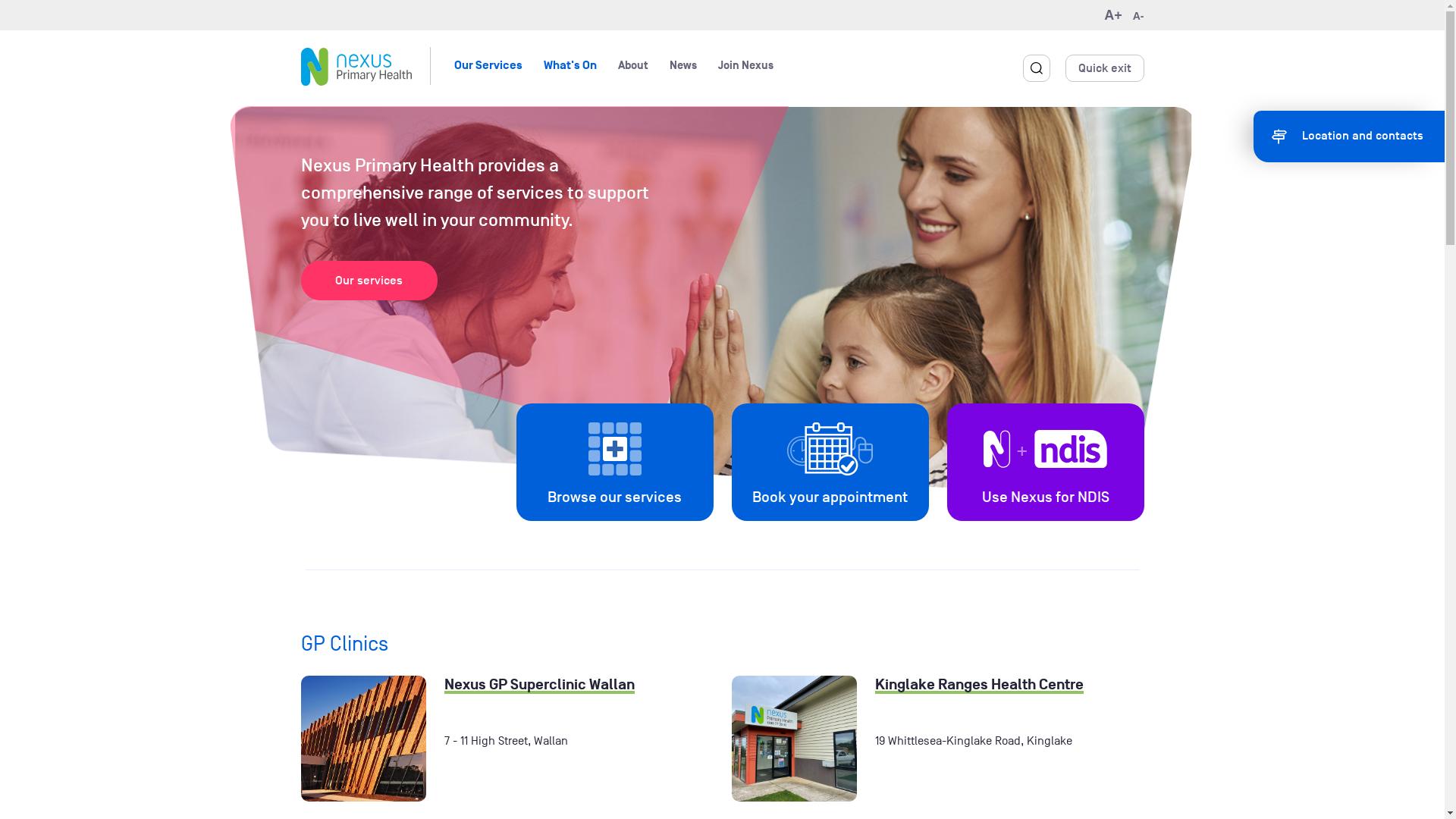  I want to click on 'Kinglake Ranges Health Centre', so click(979, 684).